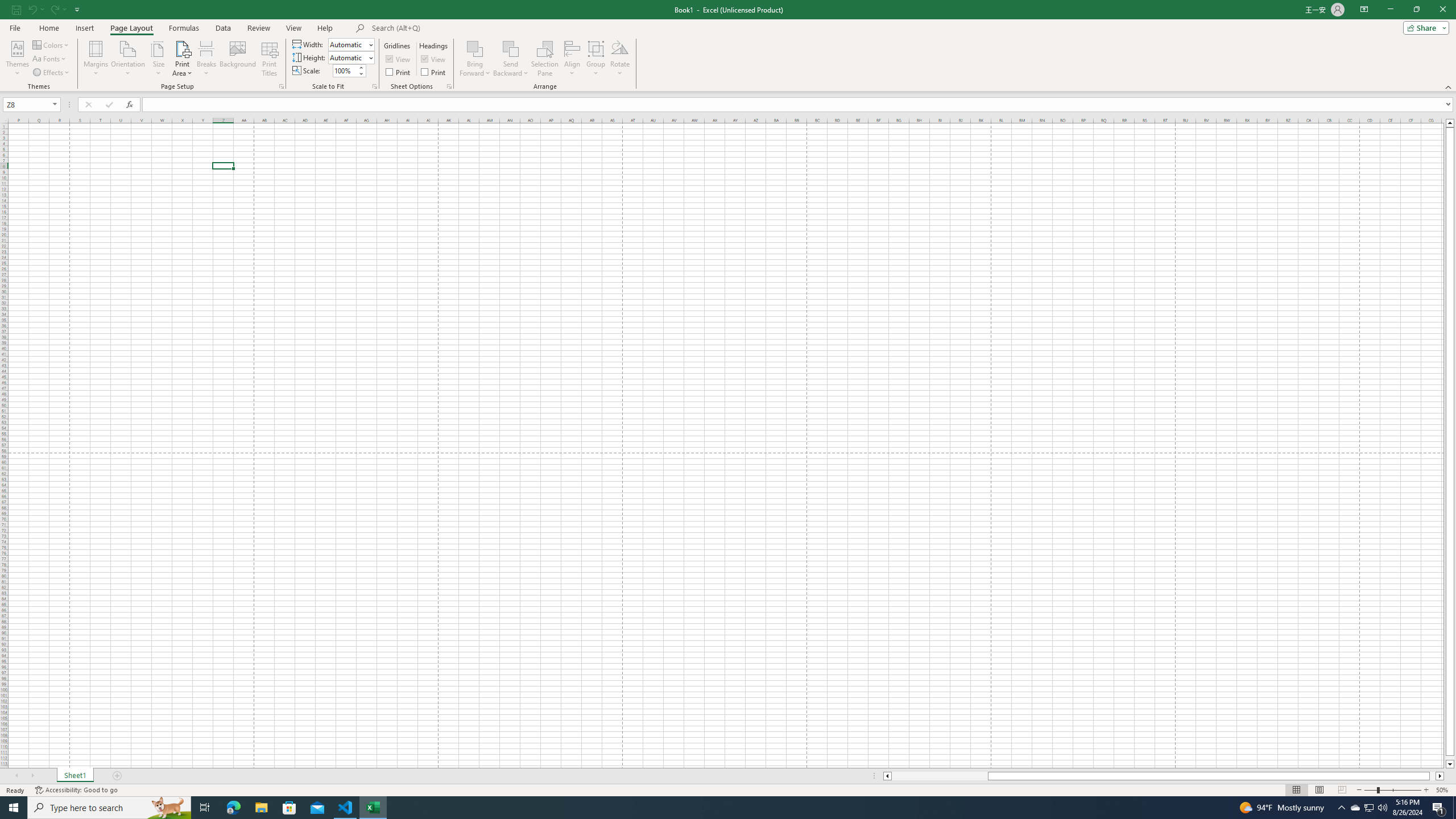 This screenshot has width=1456, height=819. Describe the element at coordinates (360, 73) in the screenshot. I see `'Less'` at that location.